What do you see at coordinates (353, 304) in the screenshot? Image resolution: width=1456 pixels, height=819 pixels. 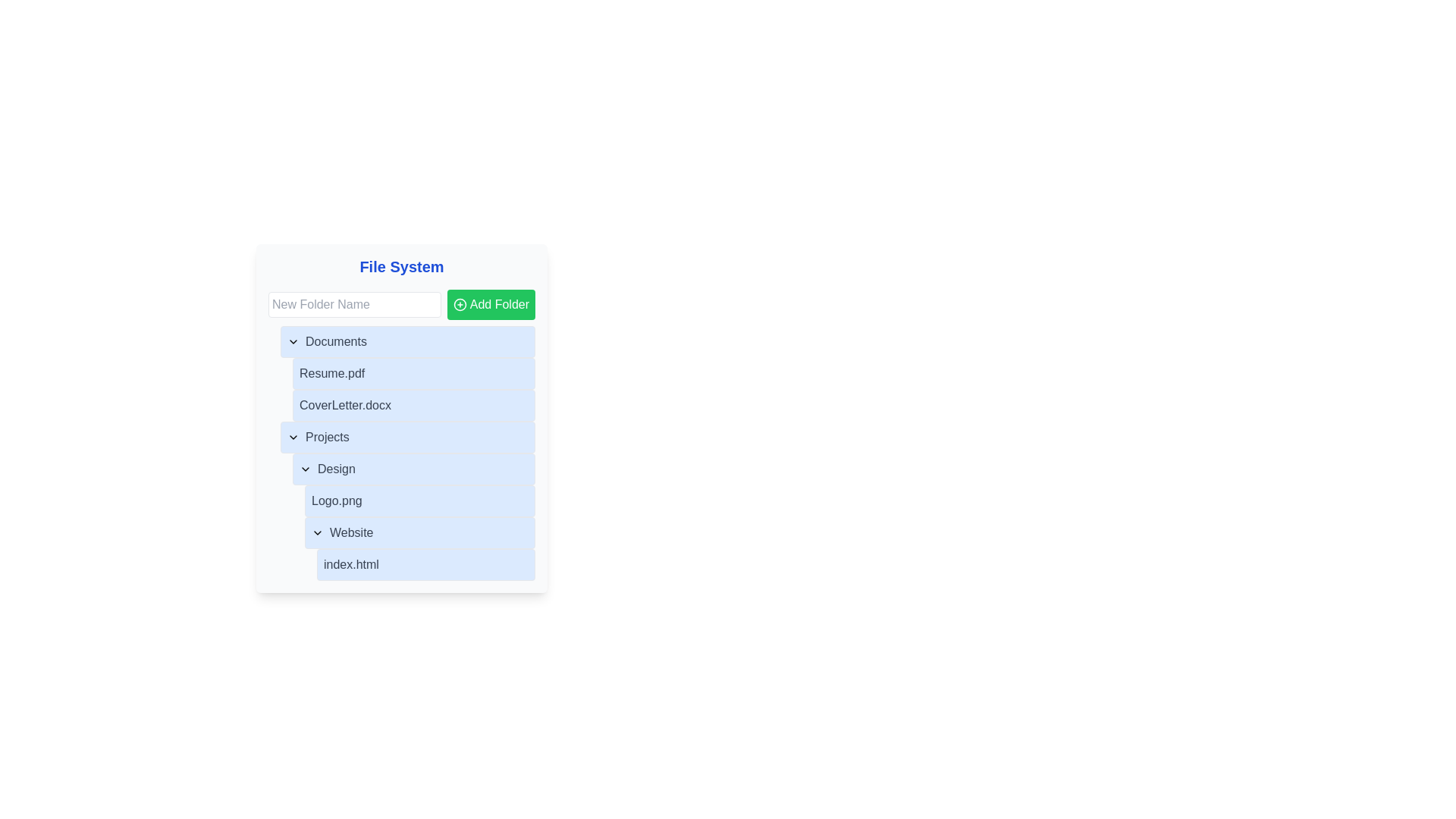 I see `the text input field located to the left under the 'File System' title to focus it for entering a new folder name` at bounding box center [353, 304].